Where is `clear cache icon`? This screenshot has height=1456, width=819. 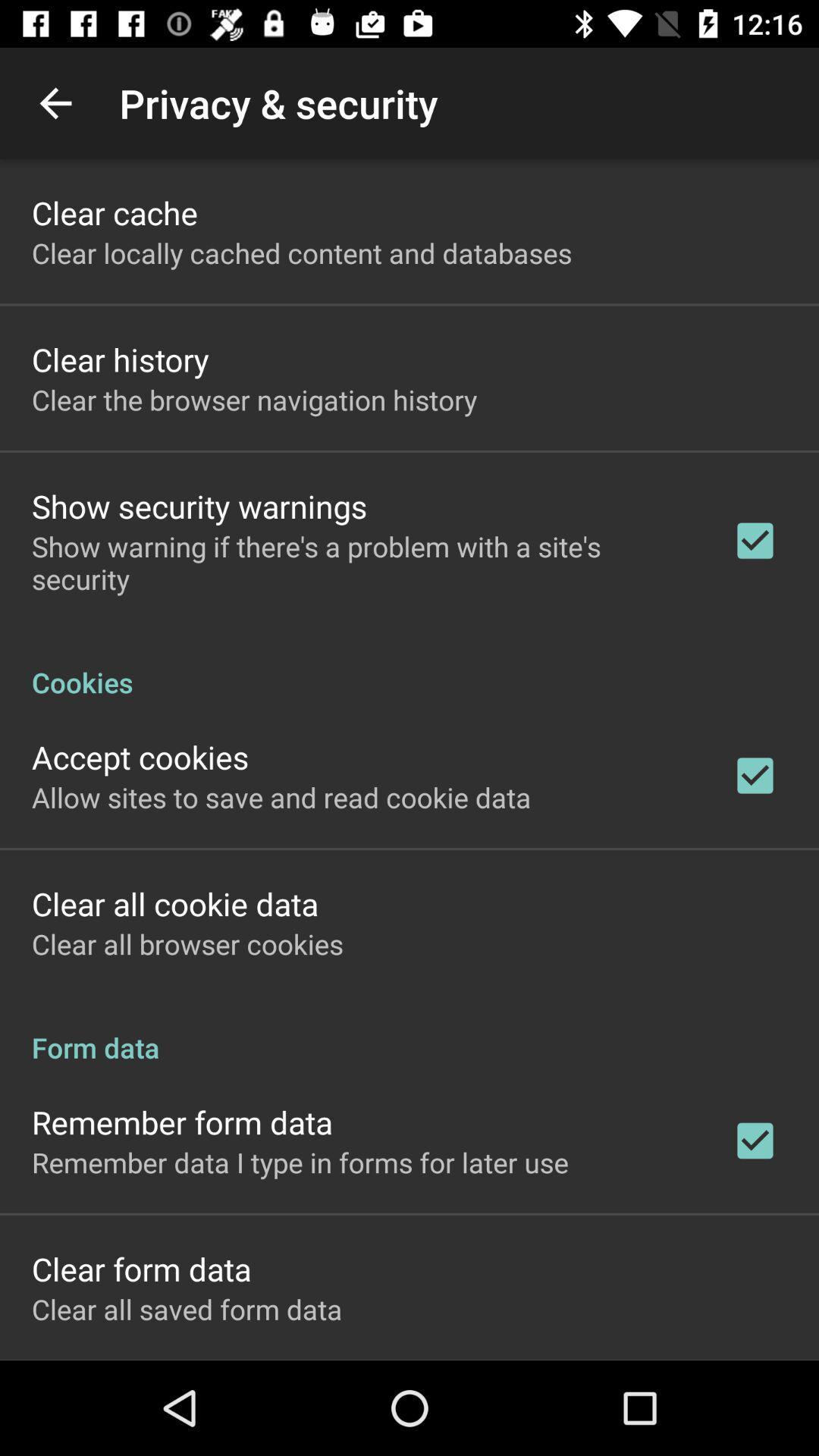 clear cache icon is located at coordinates (114, 212).